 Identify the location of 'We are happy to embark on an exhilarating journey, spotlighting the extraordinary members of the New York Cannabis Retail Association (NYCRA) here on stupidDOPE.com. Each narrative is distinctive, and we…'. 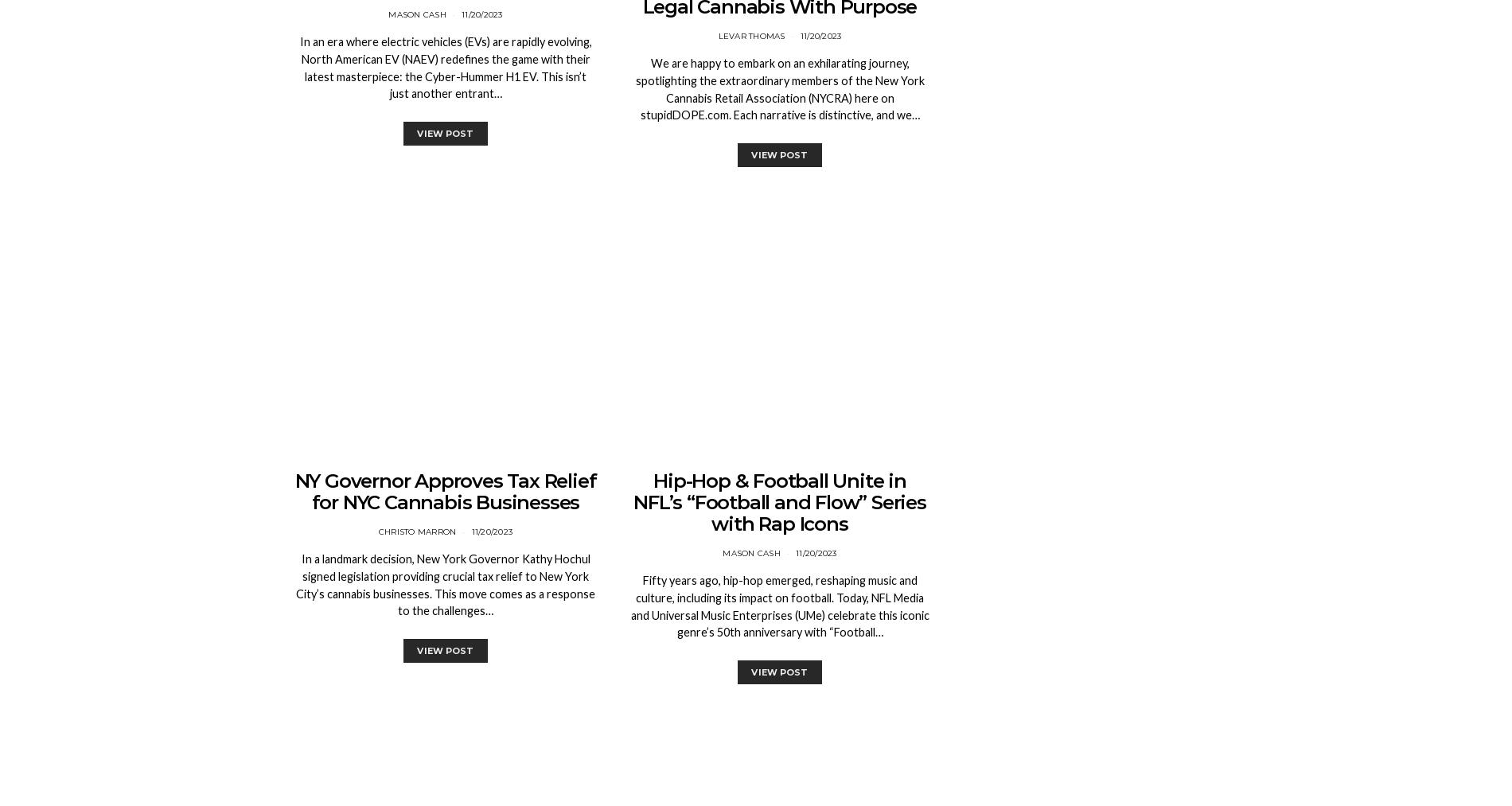
(779, 89).